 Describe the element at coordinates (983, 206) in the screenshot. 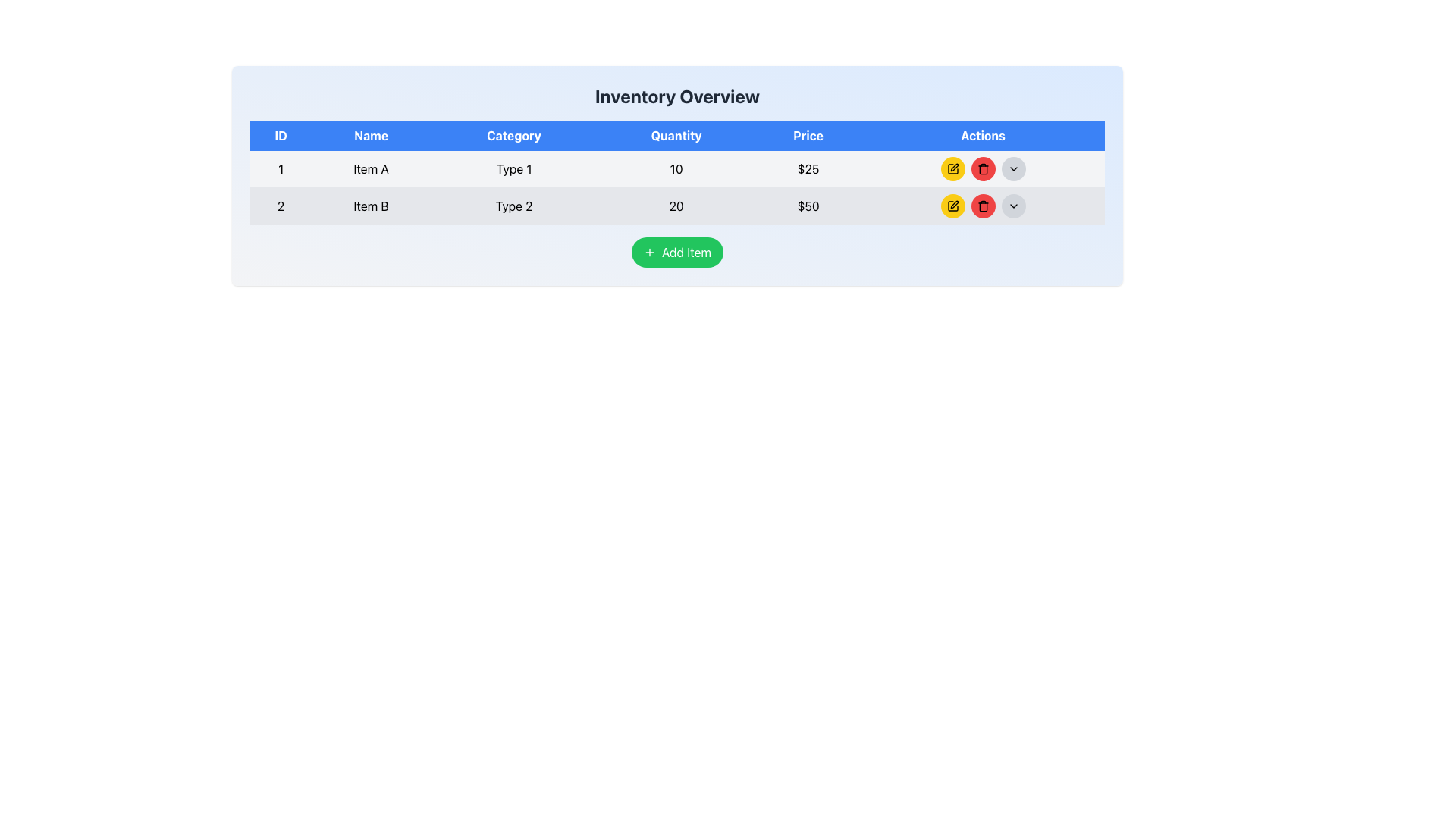

I see `the trash icon button located in the 'Actions' column of the second row in the 'Inventory Overview' table` at that location.